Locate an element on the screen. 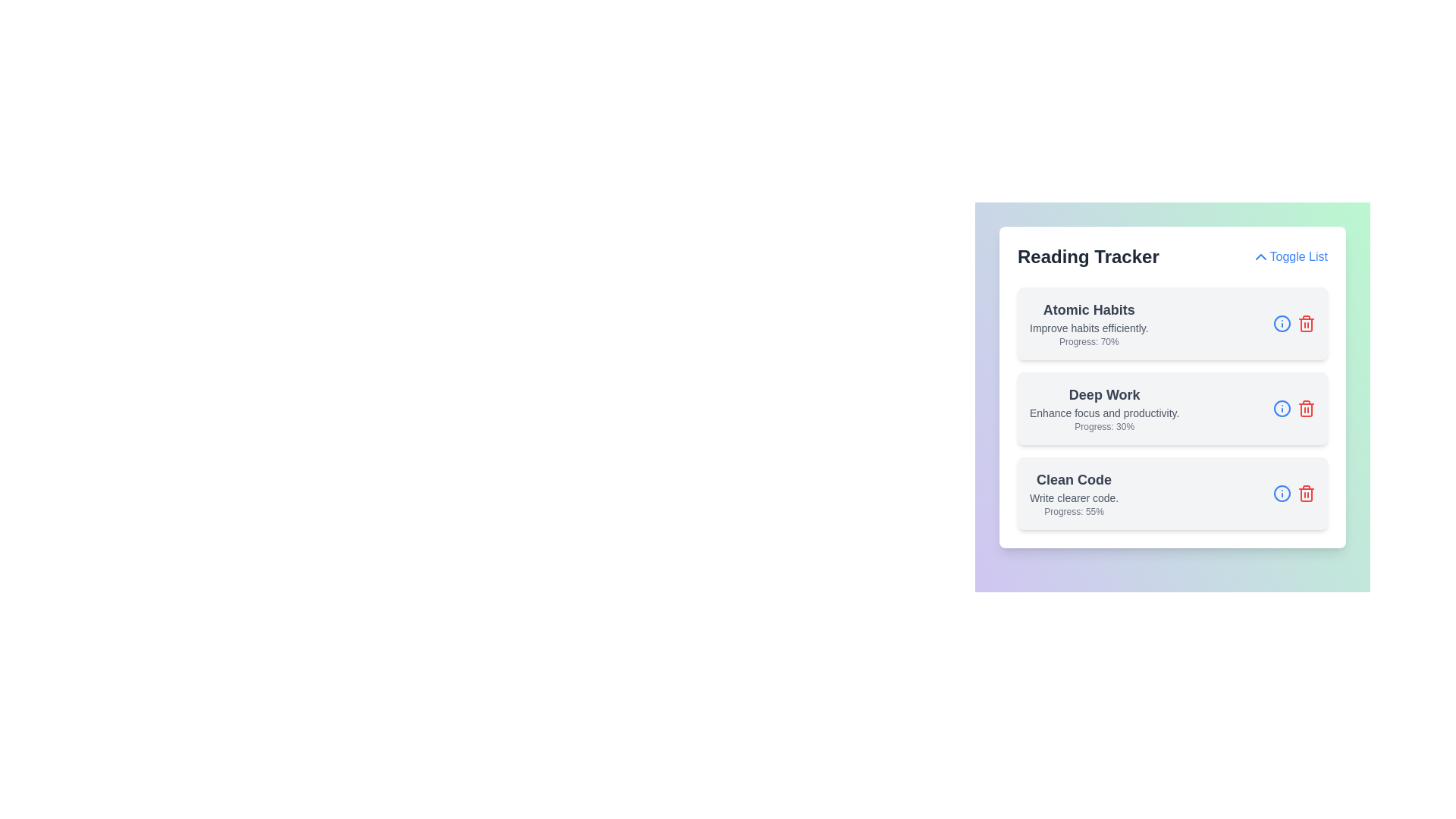  the circular button with an 'i' icon in the Action button group located at the rightmost section of the 'Atomic Habits' card under the 'Reading Tracker' heading is located at coordinates (1294, 323).